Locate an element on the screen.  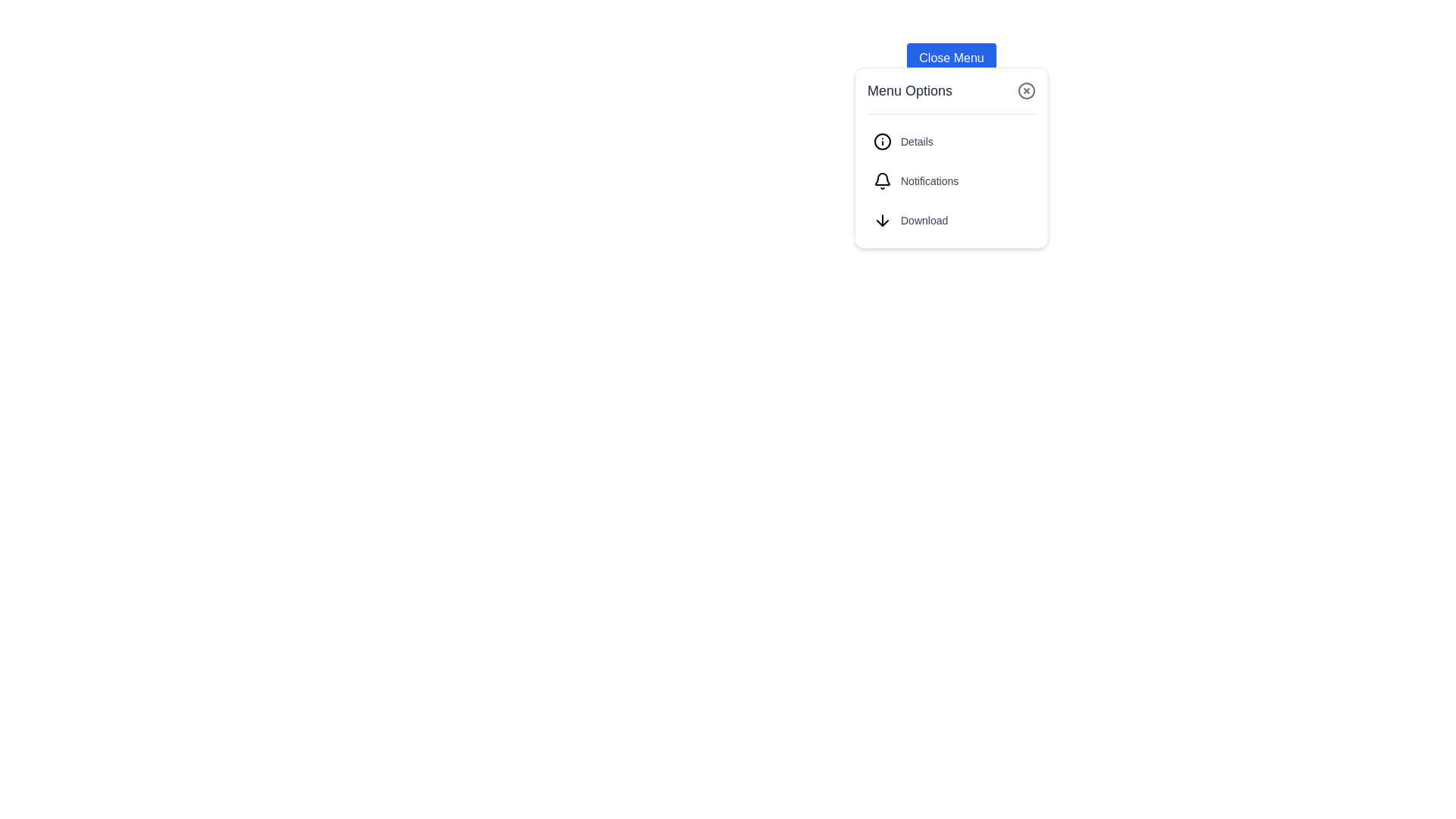
the close button located at the top of the menu component is located at coordinates (950, 58).